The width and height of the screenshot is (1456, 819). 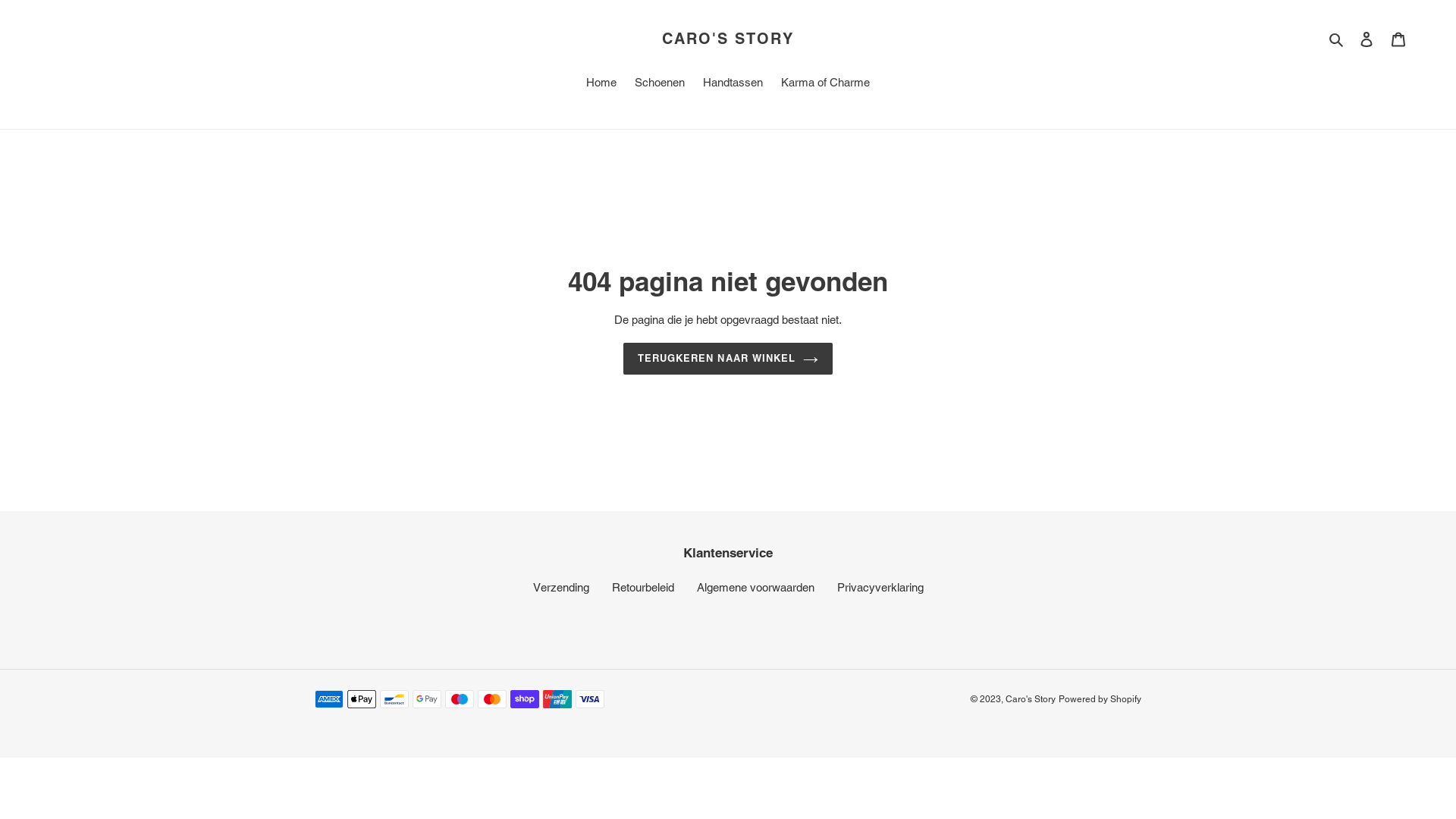 I want to click on 'Winkelwagen', so click(x=1397, y=38).